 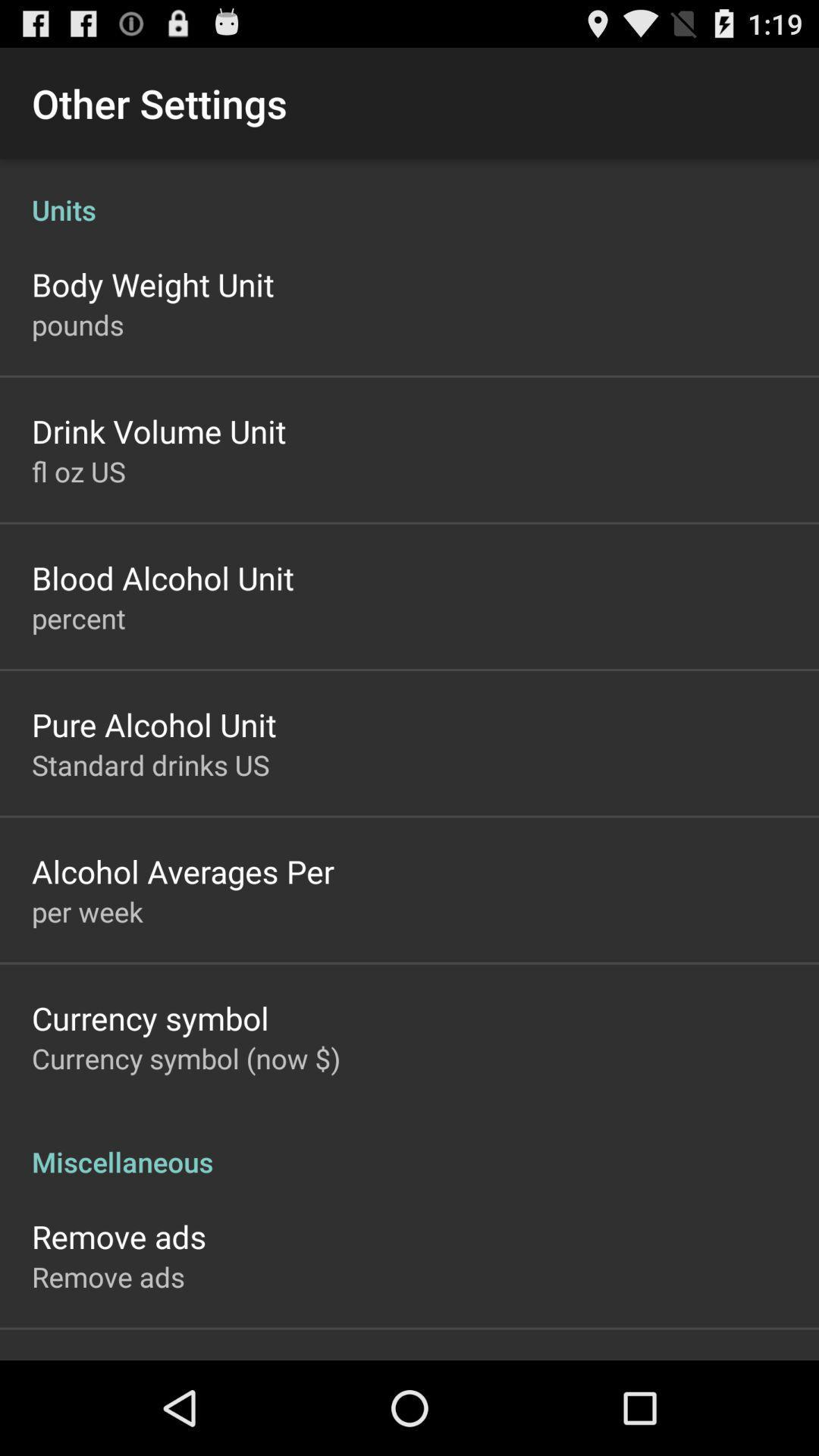 I want to click on item above remove ads icon, so click(x=409, y=1146).